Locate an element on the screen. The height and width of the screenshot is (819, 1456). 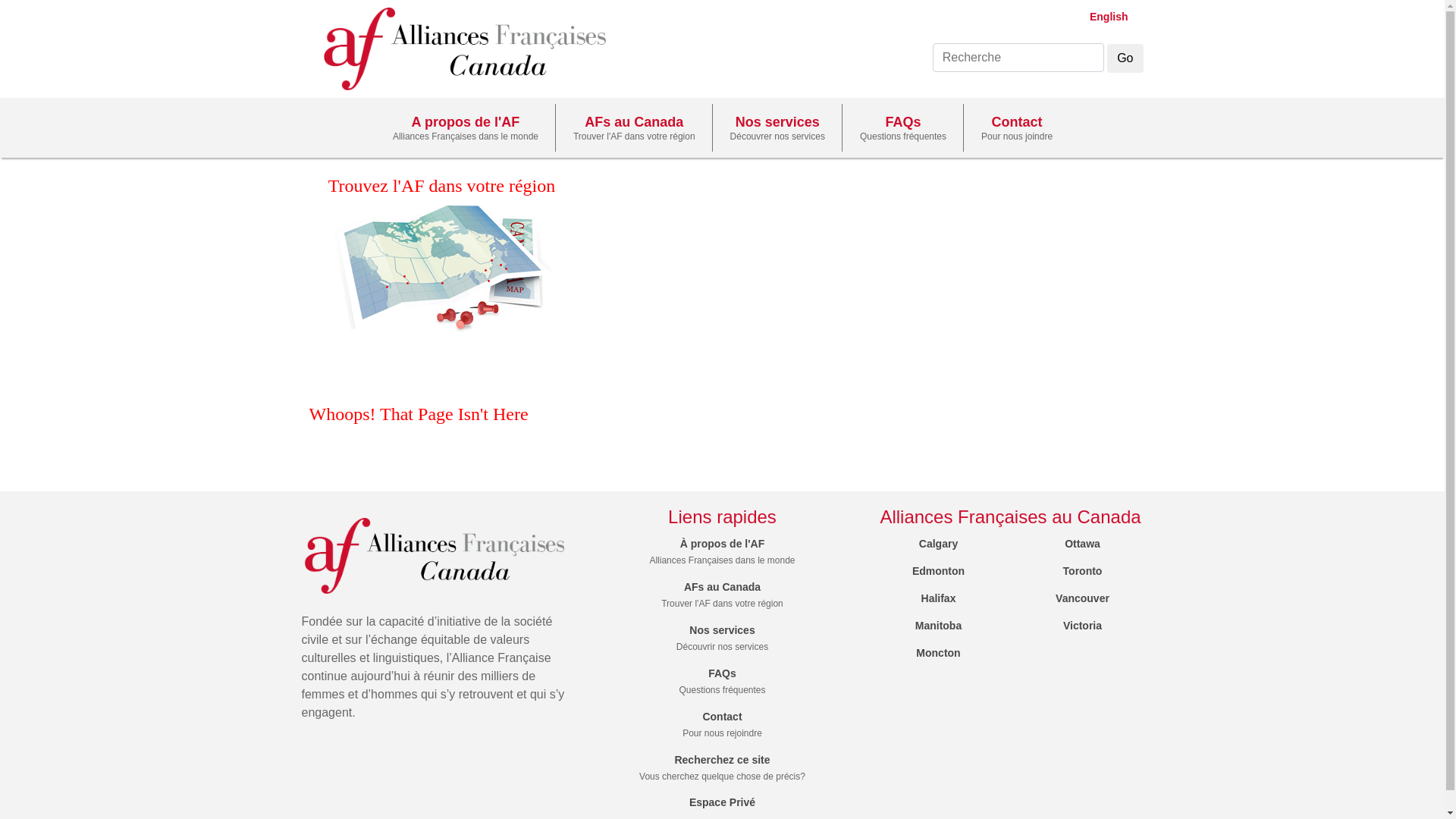
'English' is located at coordinates (1102, 17).